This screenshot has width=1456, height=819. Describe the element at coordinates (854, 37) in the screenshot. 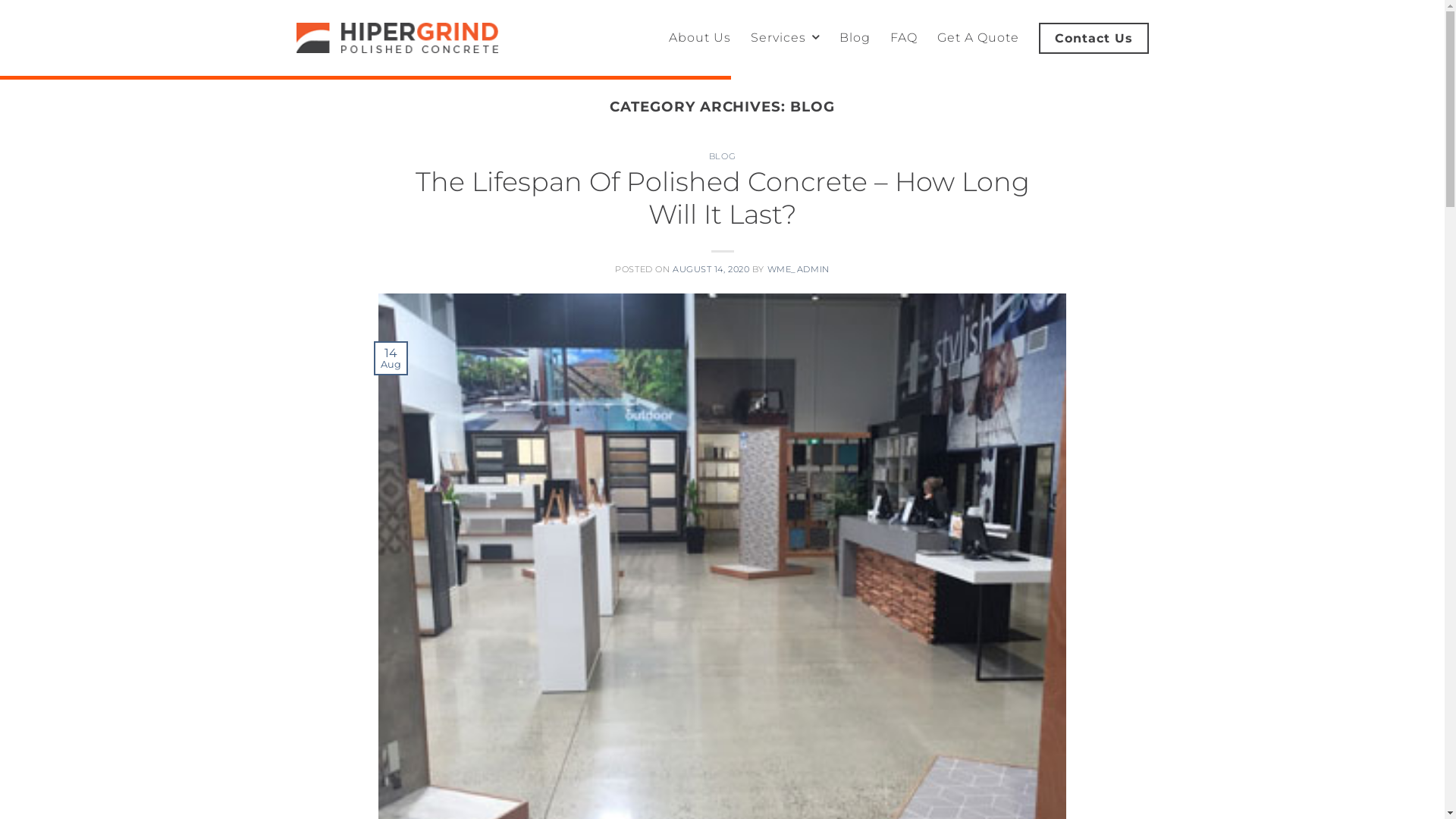

I see `'Blog'` at that location.